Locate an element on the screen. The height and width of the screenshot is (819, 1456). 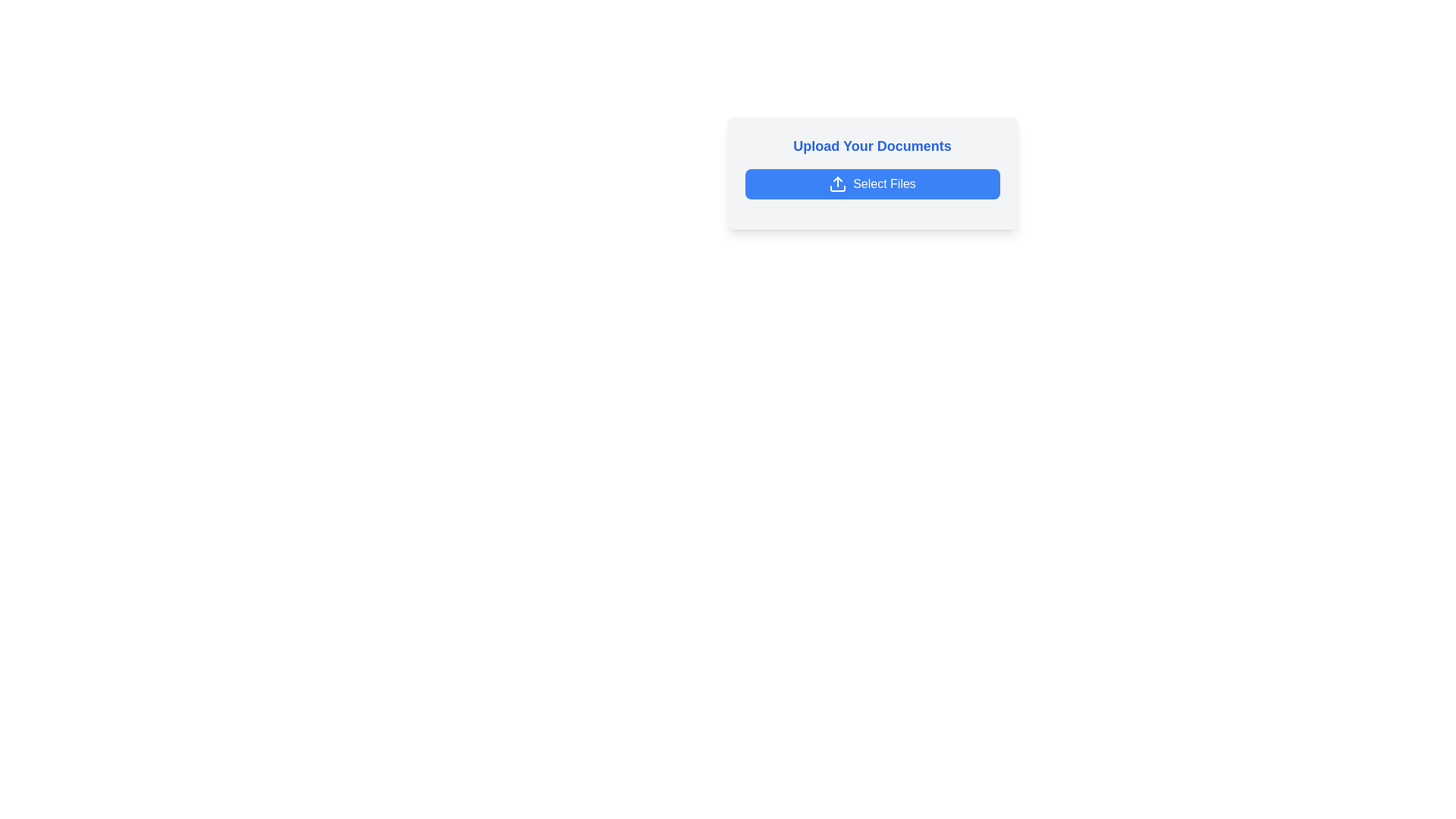
the 'Select Files' button with a blue background and white text to change its background color is located at coordinates (872, 184).